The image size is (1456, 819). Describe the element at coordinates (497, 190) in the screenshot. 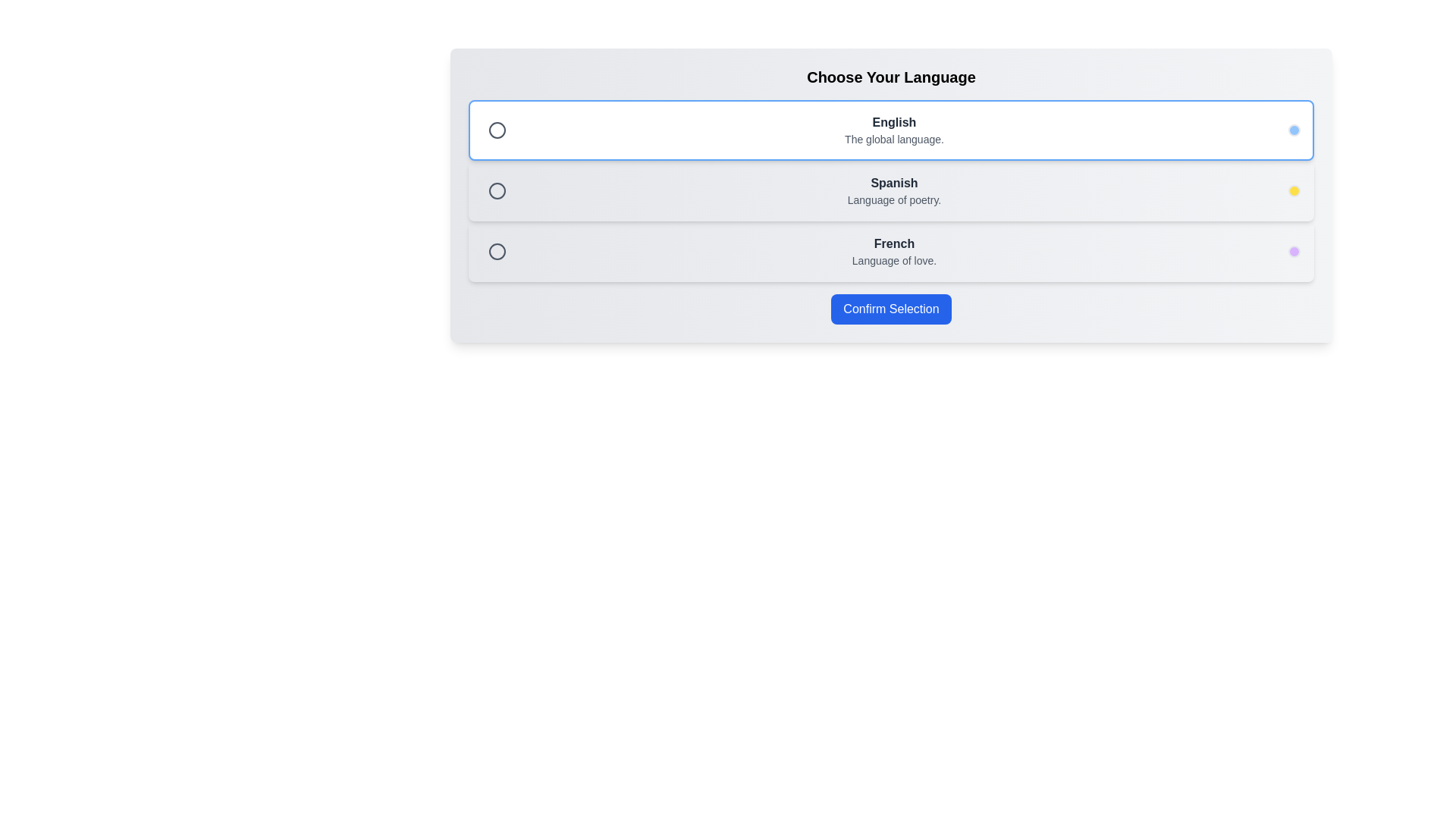

I see `the radio button for the 'Spanish' language option` at that location.